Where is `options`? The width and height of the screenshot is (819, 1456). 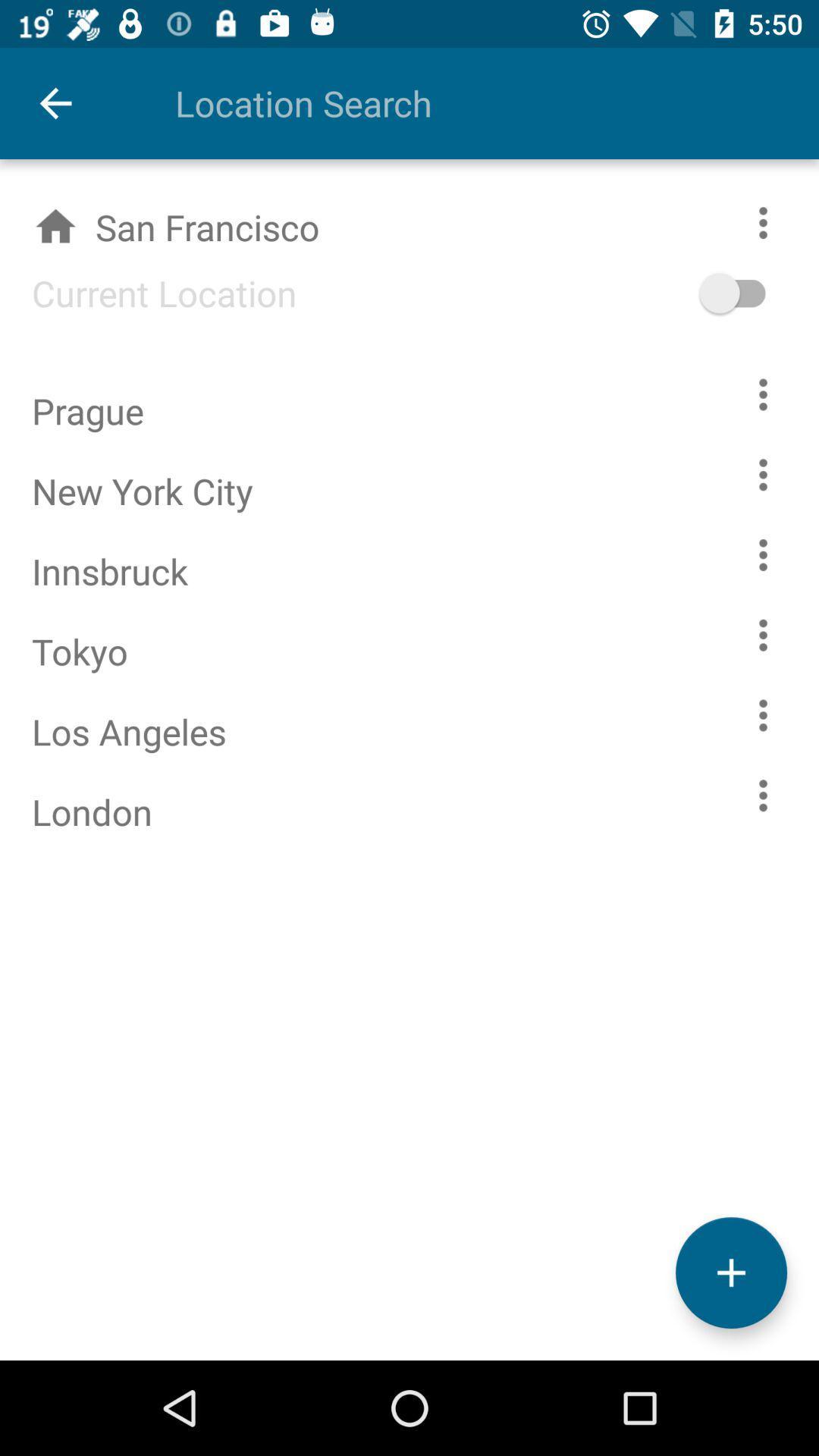
options is located at coordinates (763, 474).